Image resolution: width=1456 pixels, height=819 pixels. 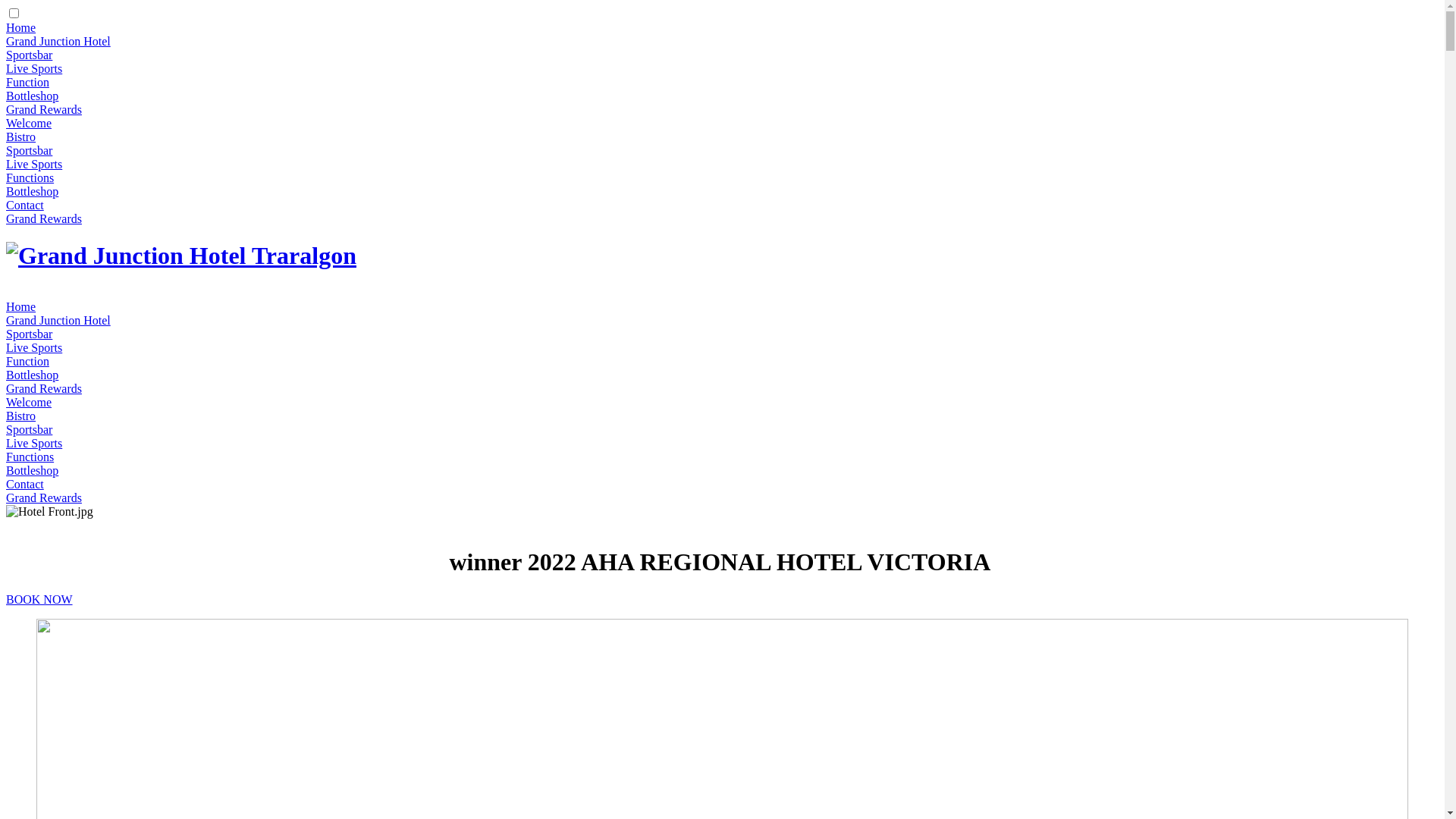 What do you see at coordinates (30, 456) in the screenshot?
I see `'Functions'` at bounding box center [30, 456].